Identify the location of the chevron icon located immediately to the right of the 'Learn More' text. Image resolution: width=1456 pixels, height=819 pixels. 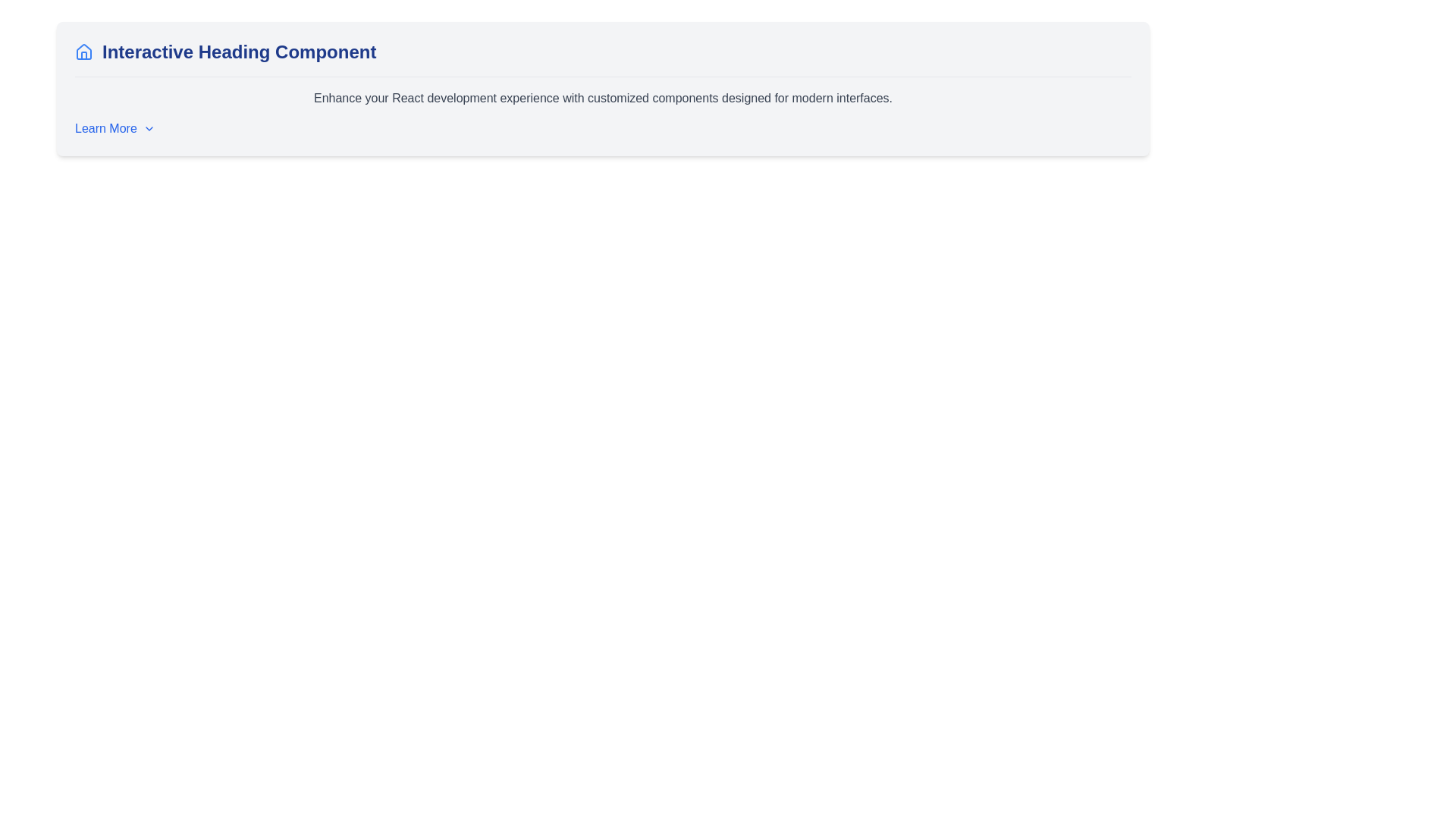
(149, 127).